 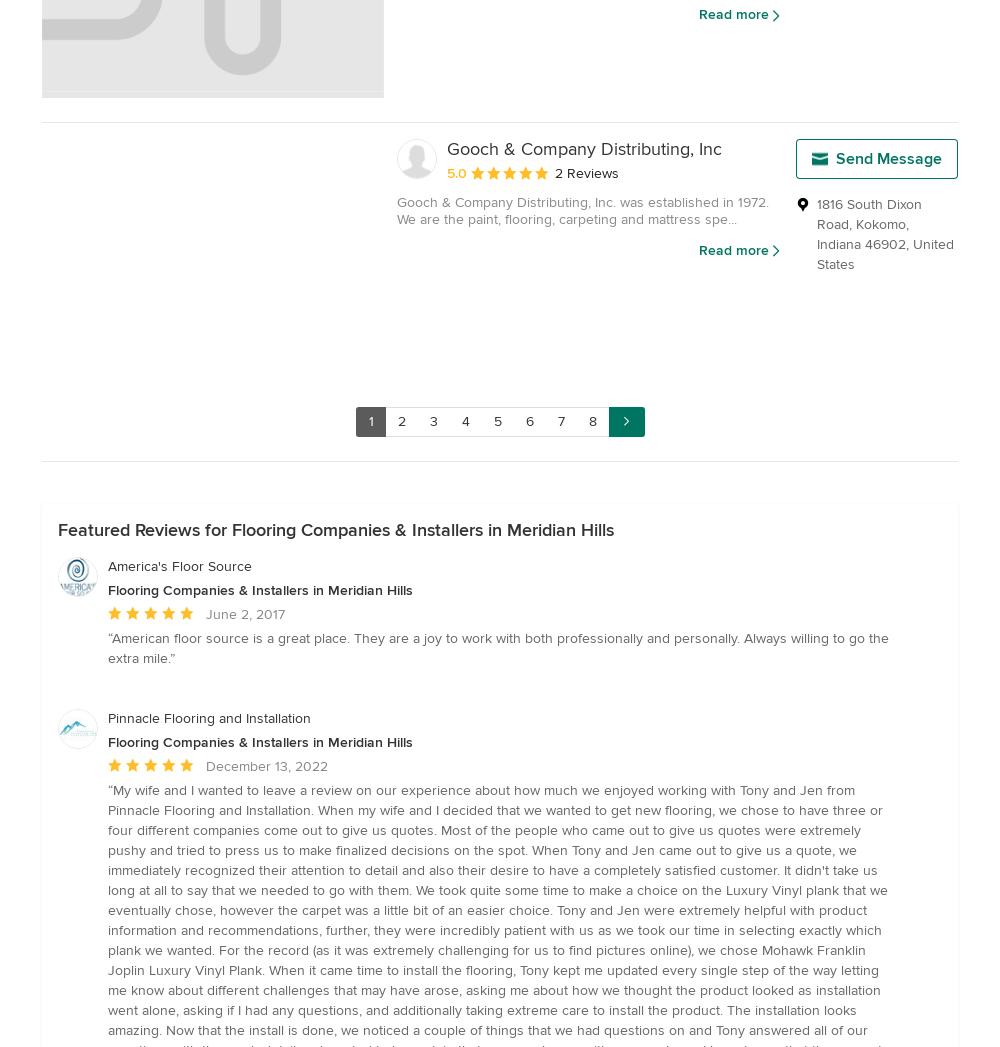 What do you see at coordinates (838, 243) in the screenshot?
I see `'Indiana'` at bounding box center [838, 243].